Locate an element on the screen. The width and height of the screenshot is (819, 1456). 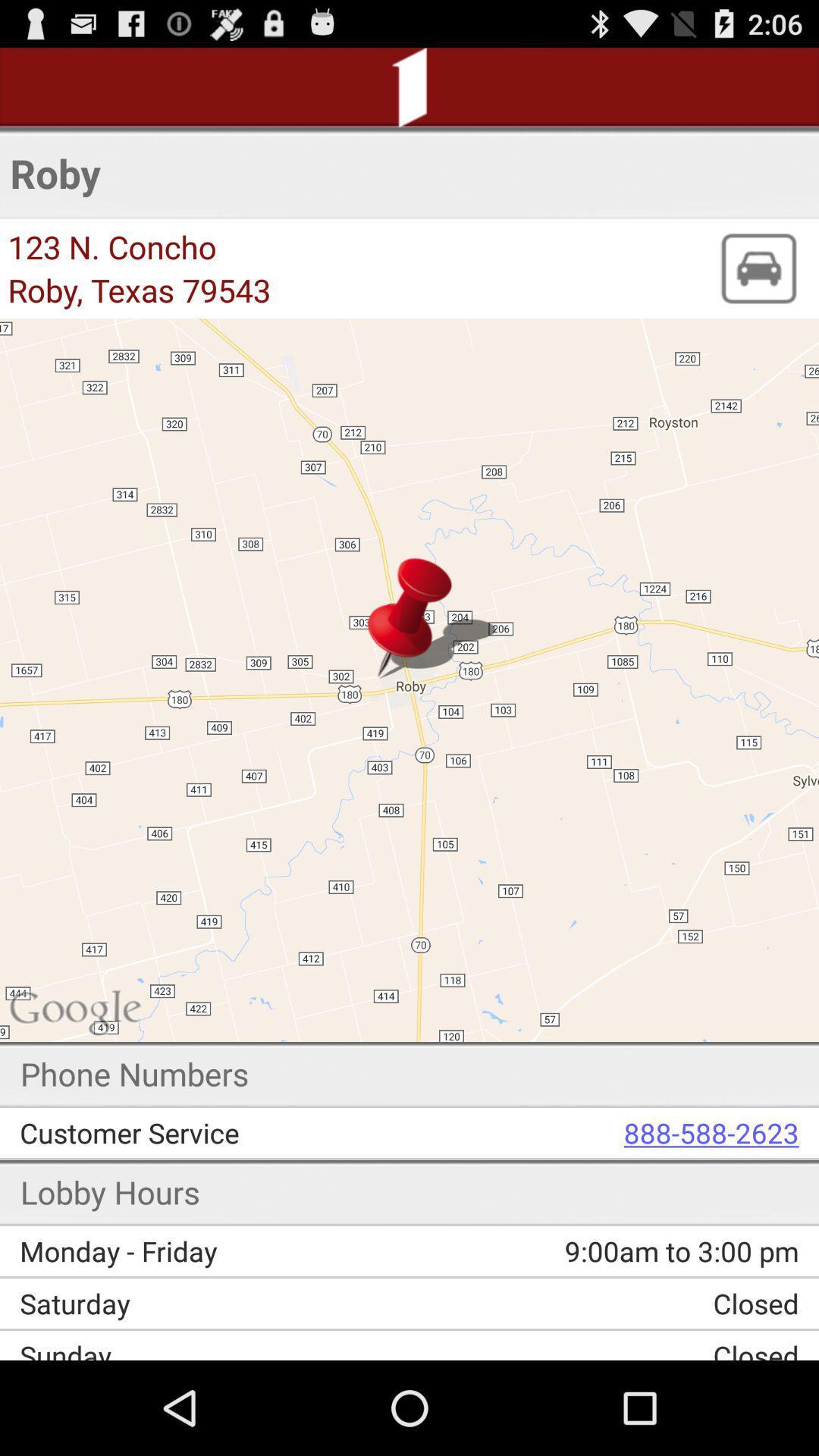
get driving directions is located at coordinates (758, 268).